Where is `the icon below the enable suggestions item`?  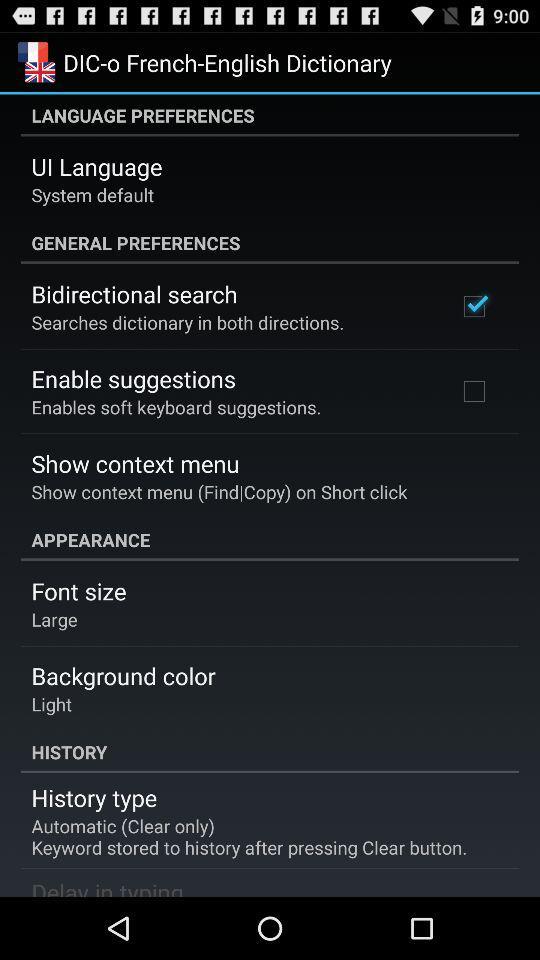 the icon below the enable suggestions item is located at coordinates (176, 406).